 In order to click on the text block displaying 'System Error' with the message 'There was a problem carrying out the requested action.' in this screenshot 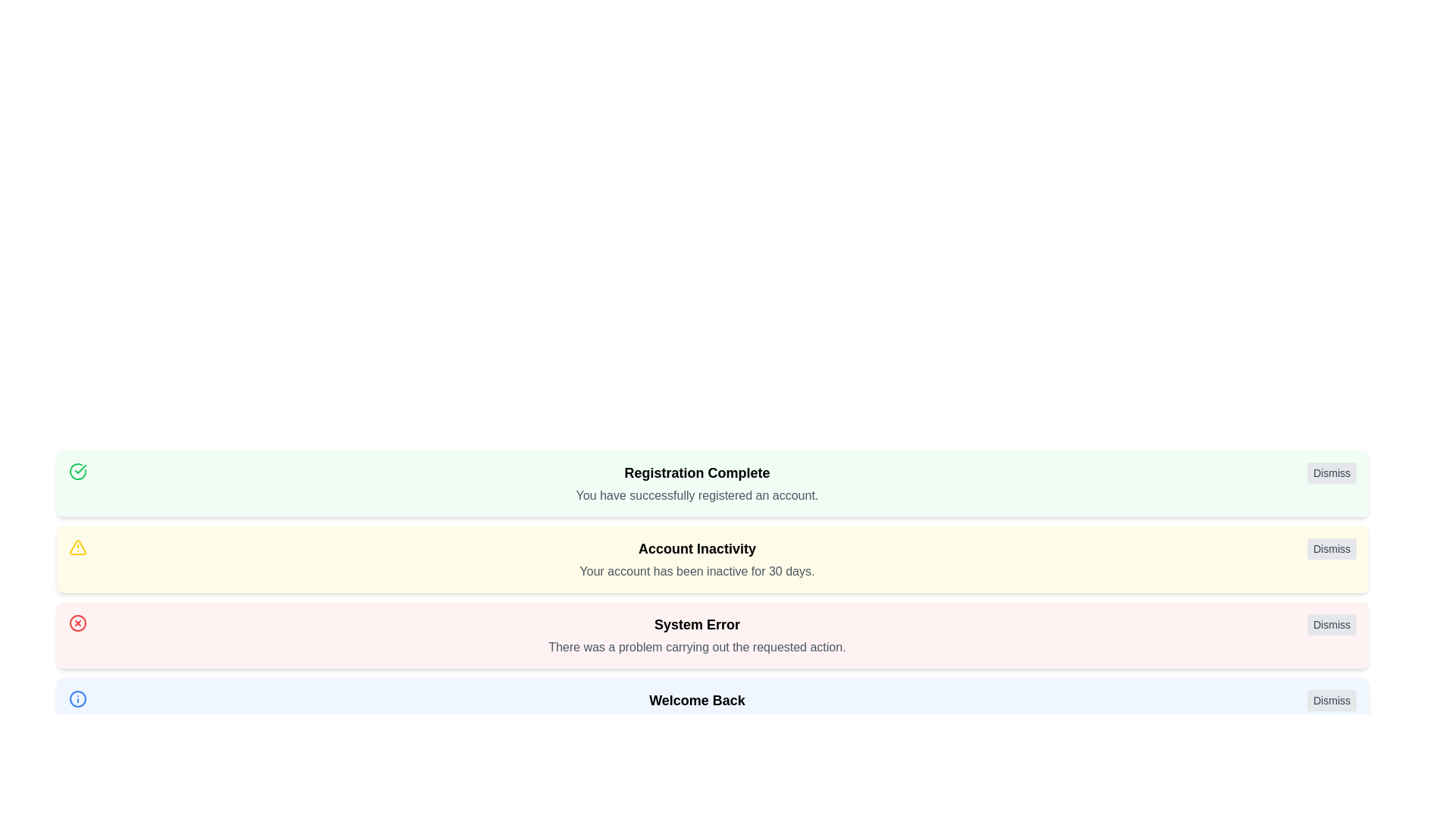, I will do `click(696, 635)`.